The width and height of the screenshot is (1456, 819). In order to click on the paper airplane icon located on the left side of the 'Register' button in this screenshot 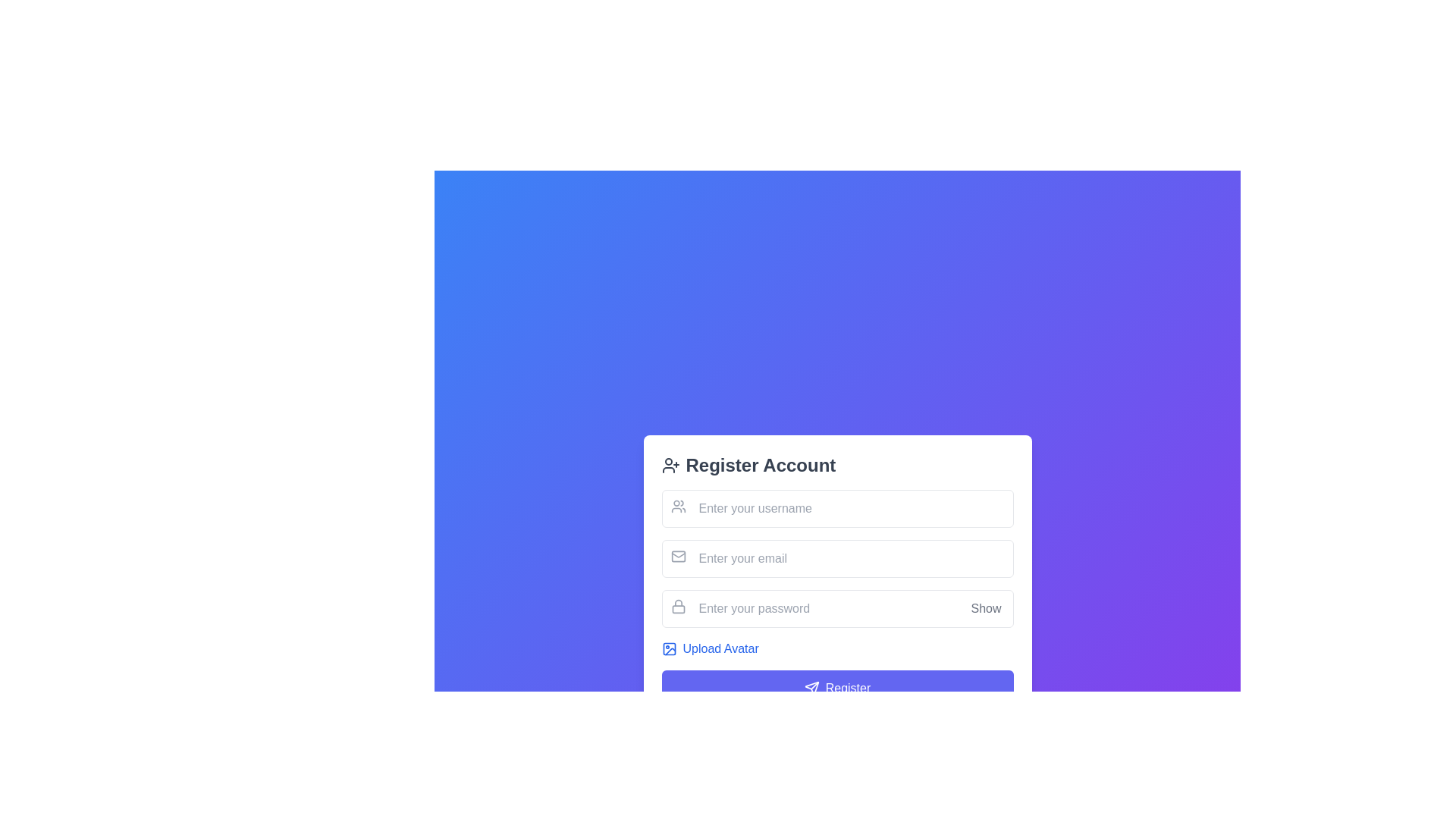, I will do `click(811, 688)`.